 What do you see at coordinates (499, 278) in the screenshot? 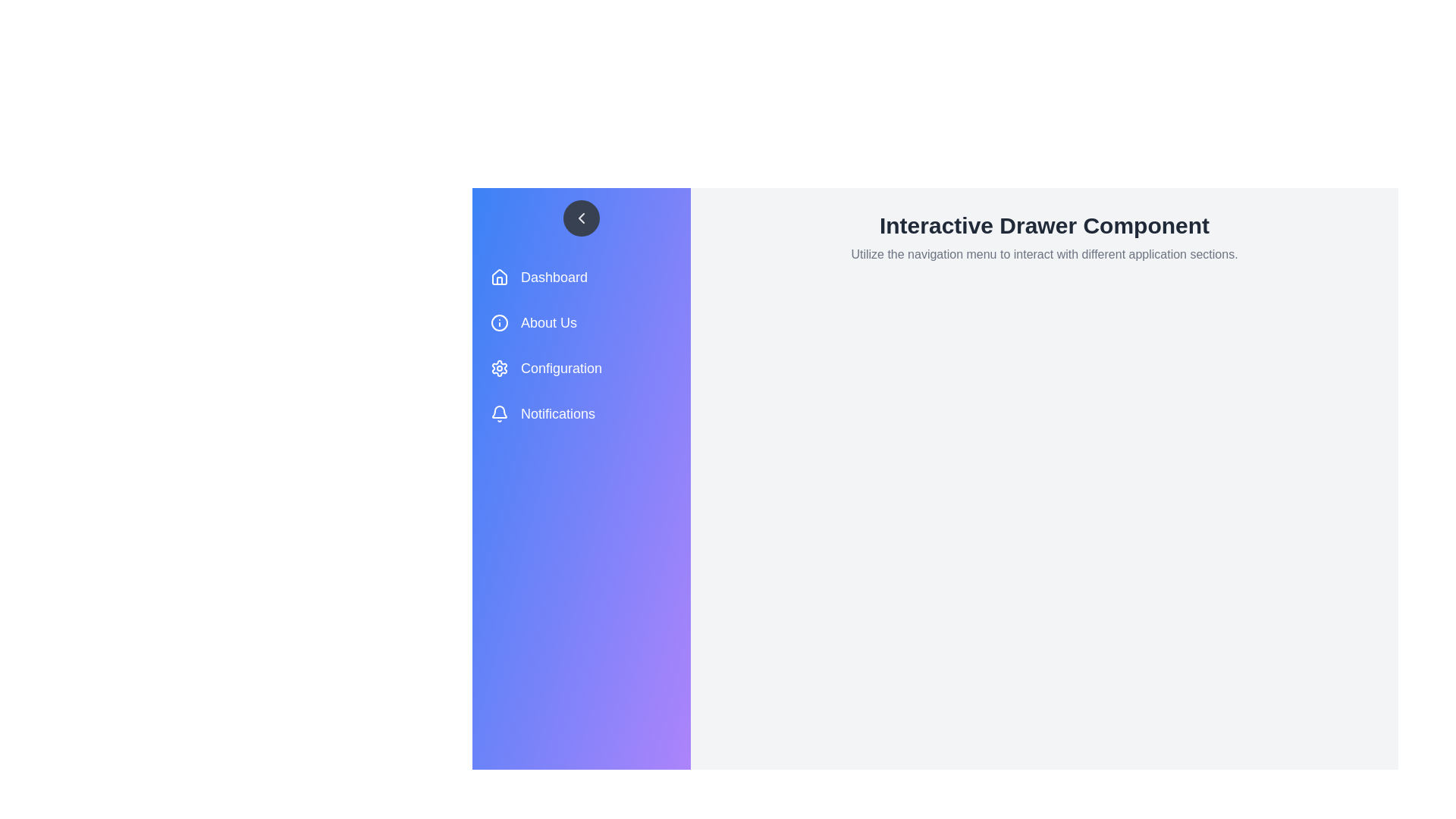
I see `the house icon at the top of the vertical navigation menu` at bounding box center [499, 278].